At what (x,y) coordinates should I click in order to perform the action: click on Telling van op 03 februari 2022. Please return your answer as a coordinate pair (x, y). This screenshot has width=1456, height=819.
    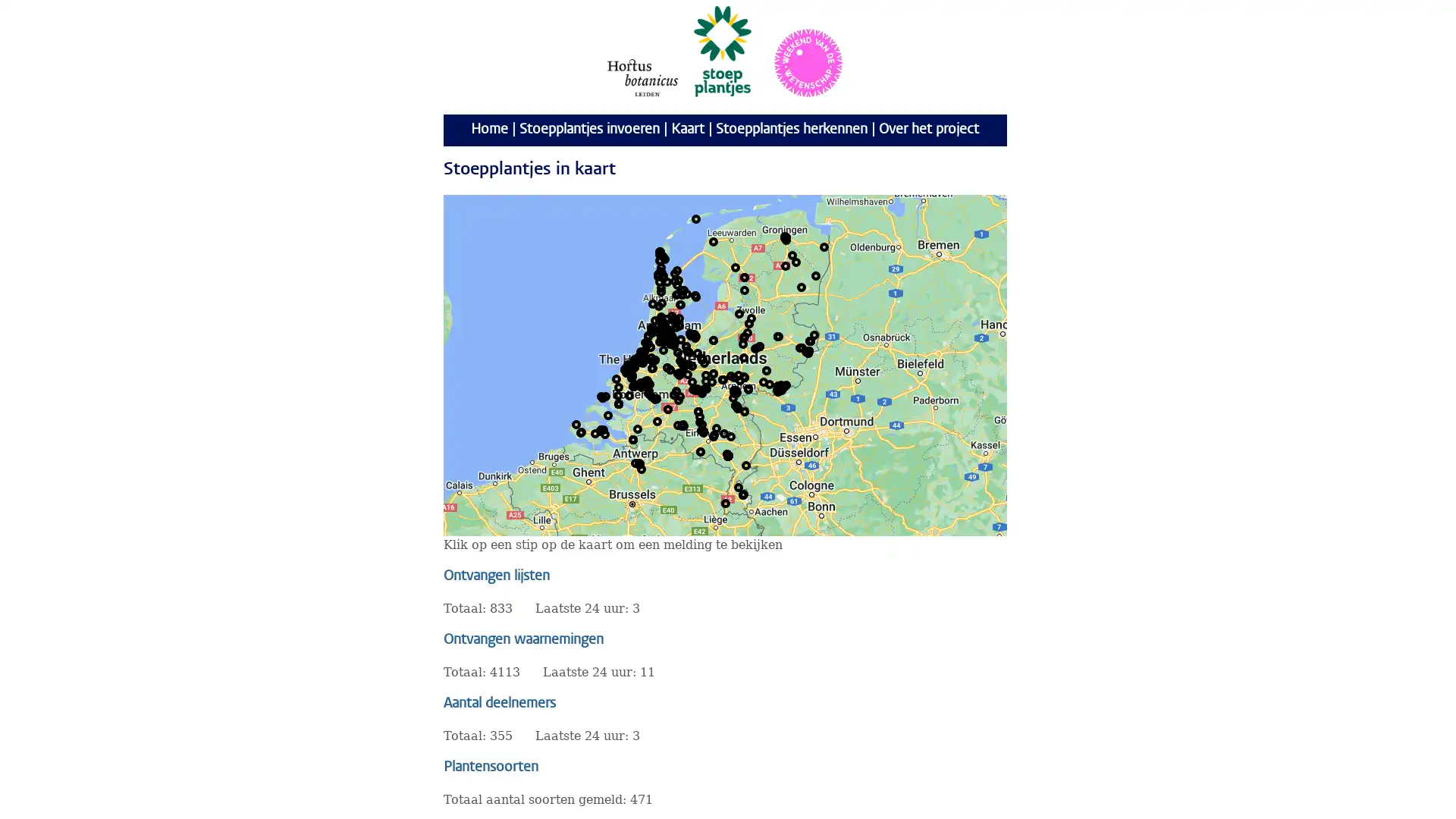
    Looking at the image, I should click on (669, 331).